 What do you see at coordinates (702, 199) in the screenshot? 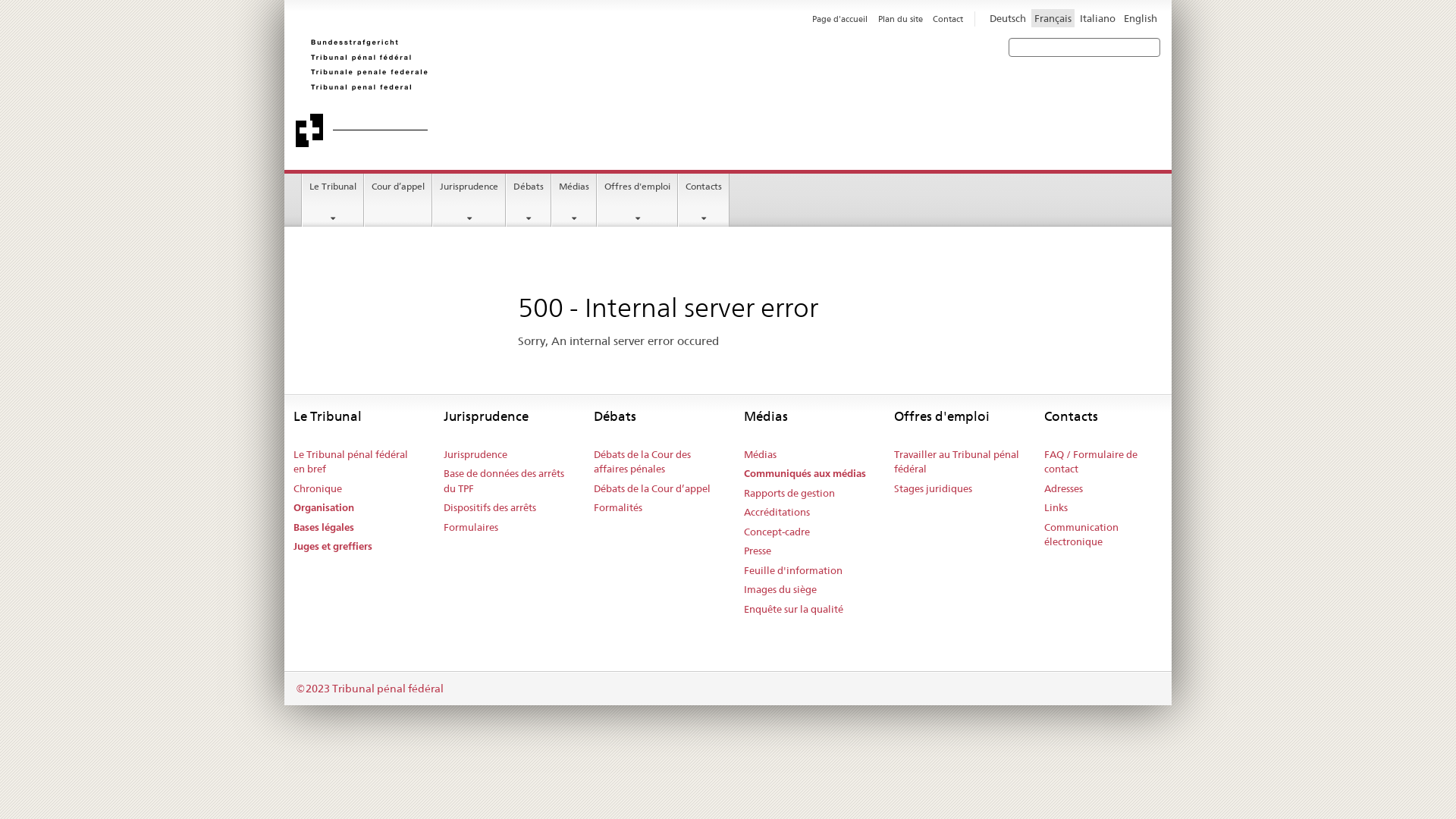
I see `'Contacts'` at bounding box center [702, 199].